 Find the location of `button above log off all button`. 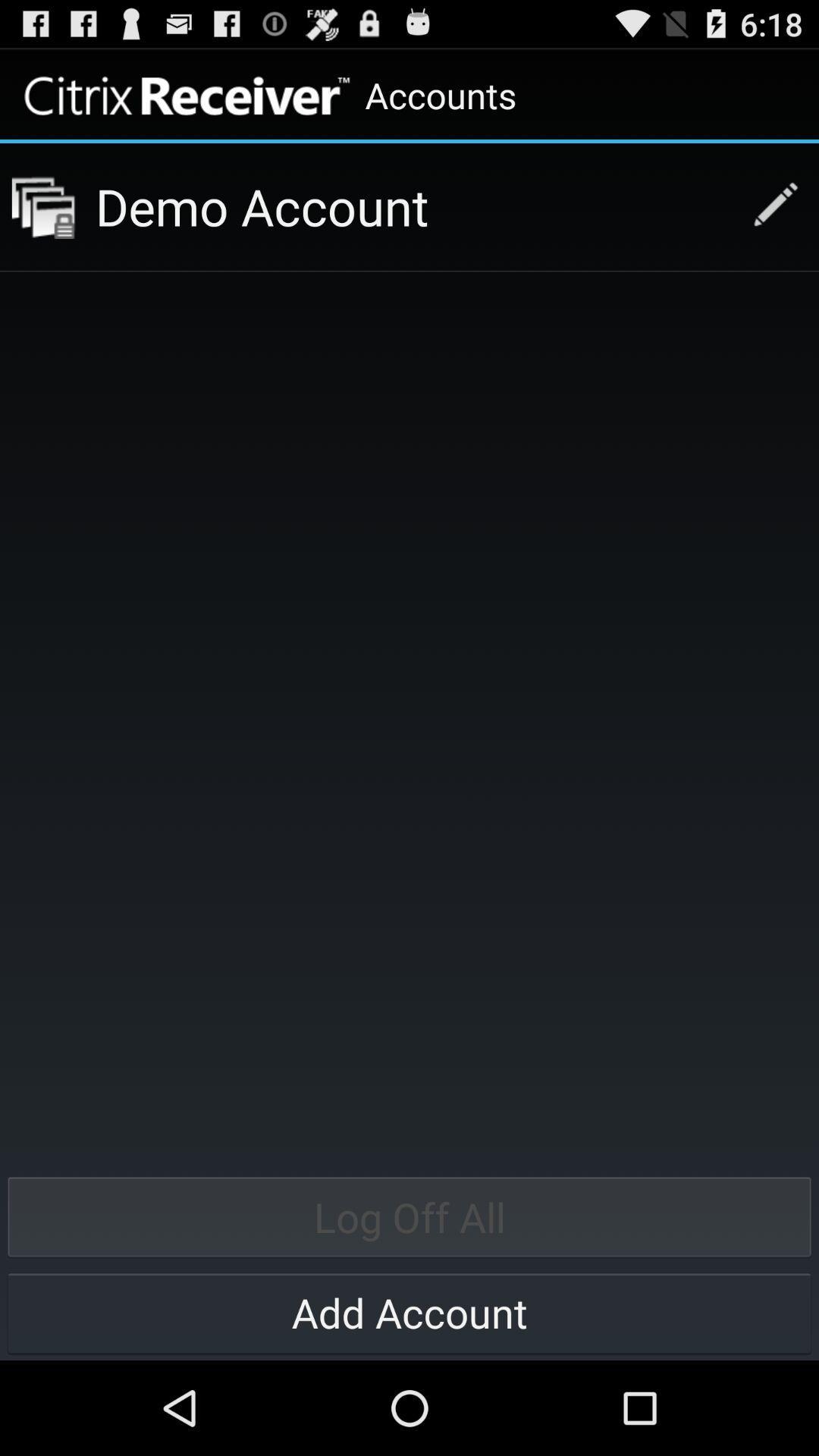

button above log off all button is located at coordinates (767, 206).